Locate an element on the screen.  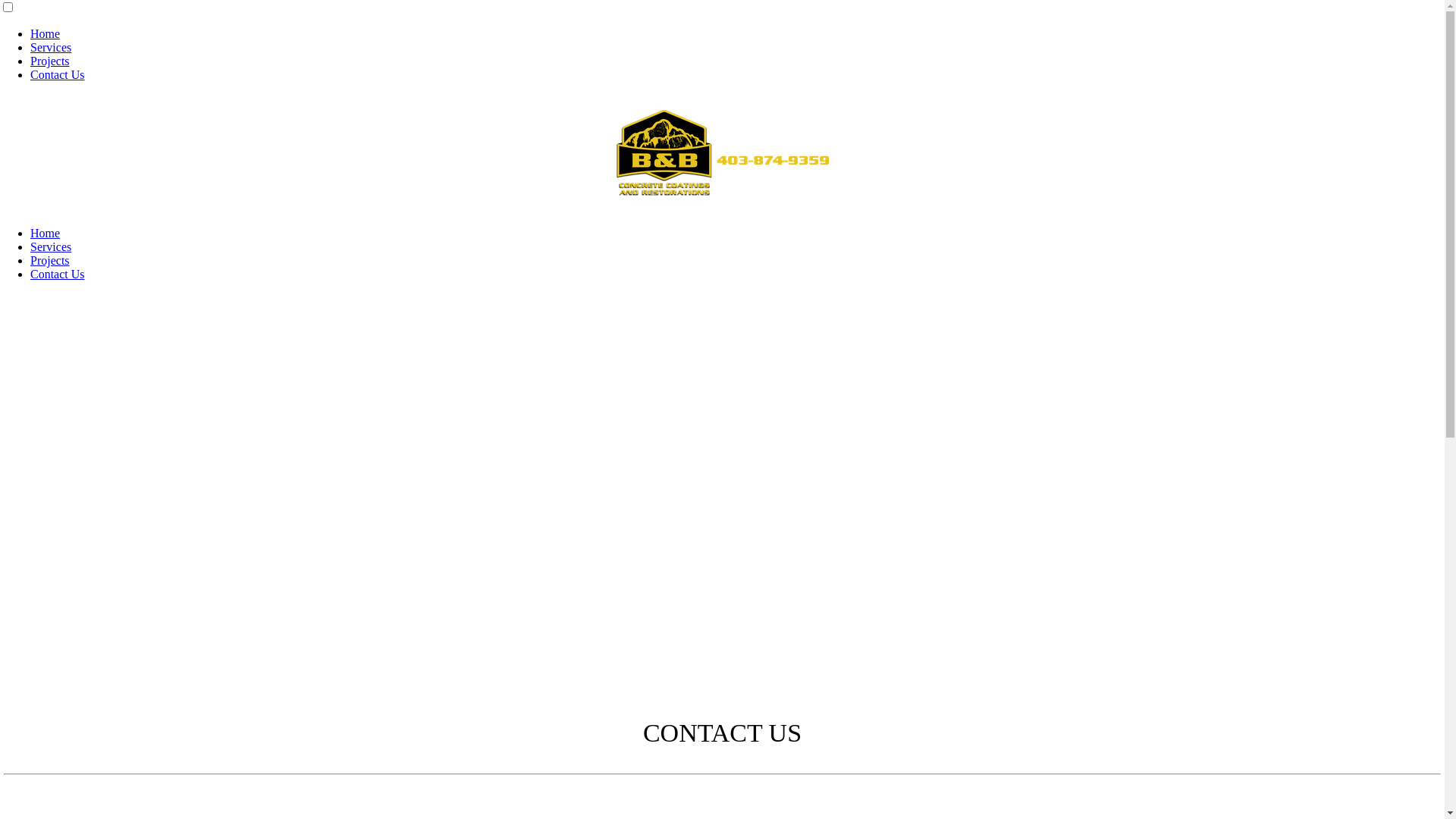
'Projects' is located at coordinates (50, 259).